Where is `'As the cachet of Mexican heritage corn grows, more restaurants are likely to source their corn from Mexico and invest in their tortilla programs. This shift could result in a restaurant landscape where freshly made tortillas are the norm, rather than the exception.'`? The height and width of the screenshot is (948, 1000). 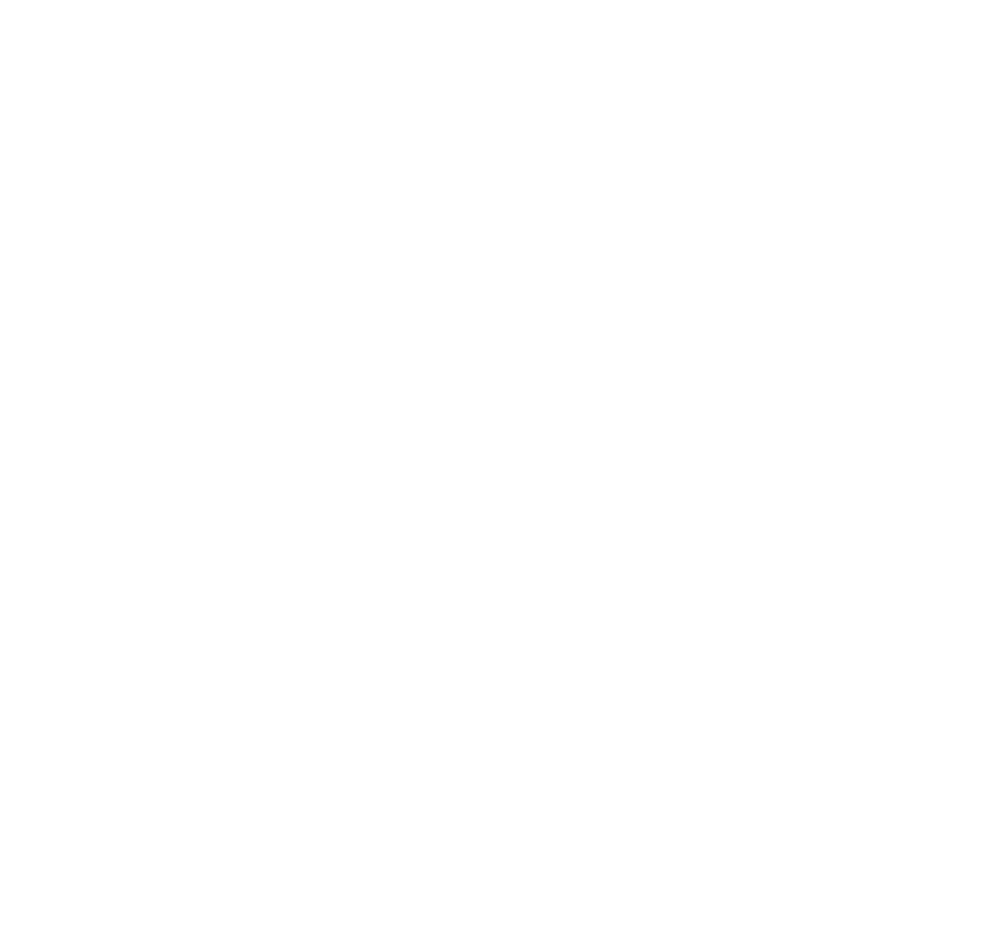
'As the cachet of Mexican heritage corn grows, more restaurants are likely to source their corn from Mexico and invest in their tortilla programs. This shift could result in a restaurant landscape where freshly made tortillas are the norm, rather than the exception.' is located at coordinates (337, 678).